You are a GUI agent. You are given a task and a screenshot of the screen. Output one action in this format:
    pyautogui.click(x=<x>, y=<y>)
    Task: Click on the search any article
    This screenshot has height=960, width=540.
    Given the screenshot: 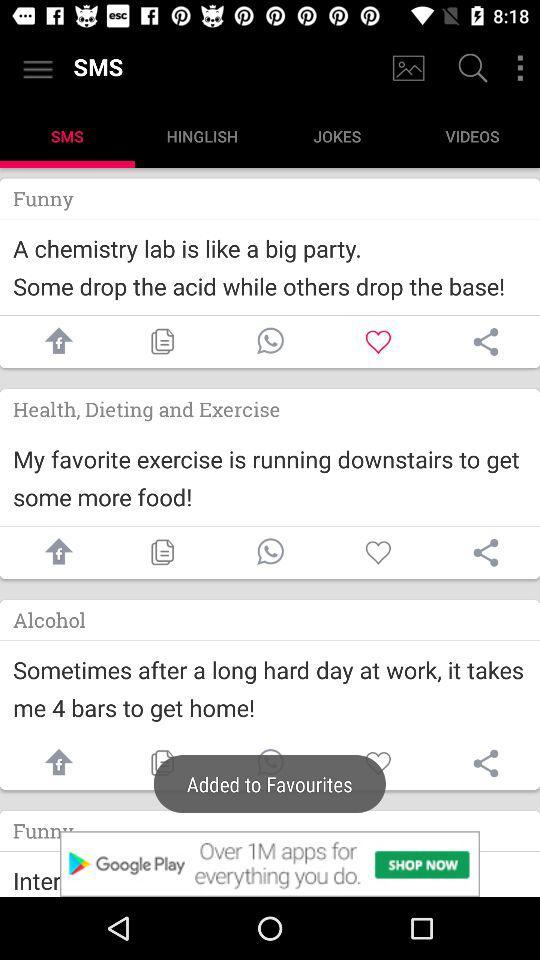 What is the action you would take?
    pyautogui.click(x=470, y=70)
    